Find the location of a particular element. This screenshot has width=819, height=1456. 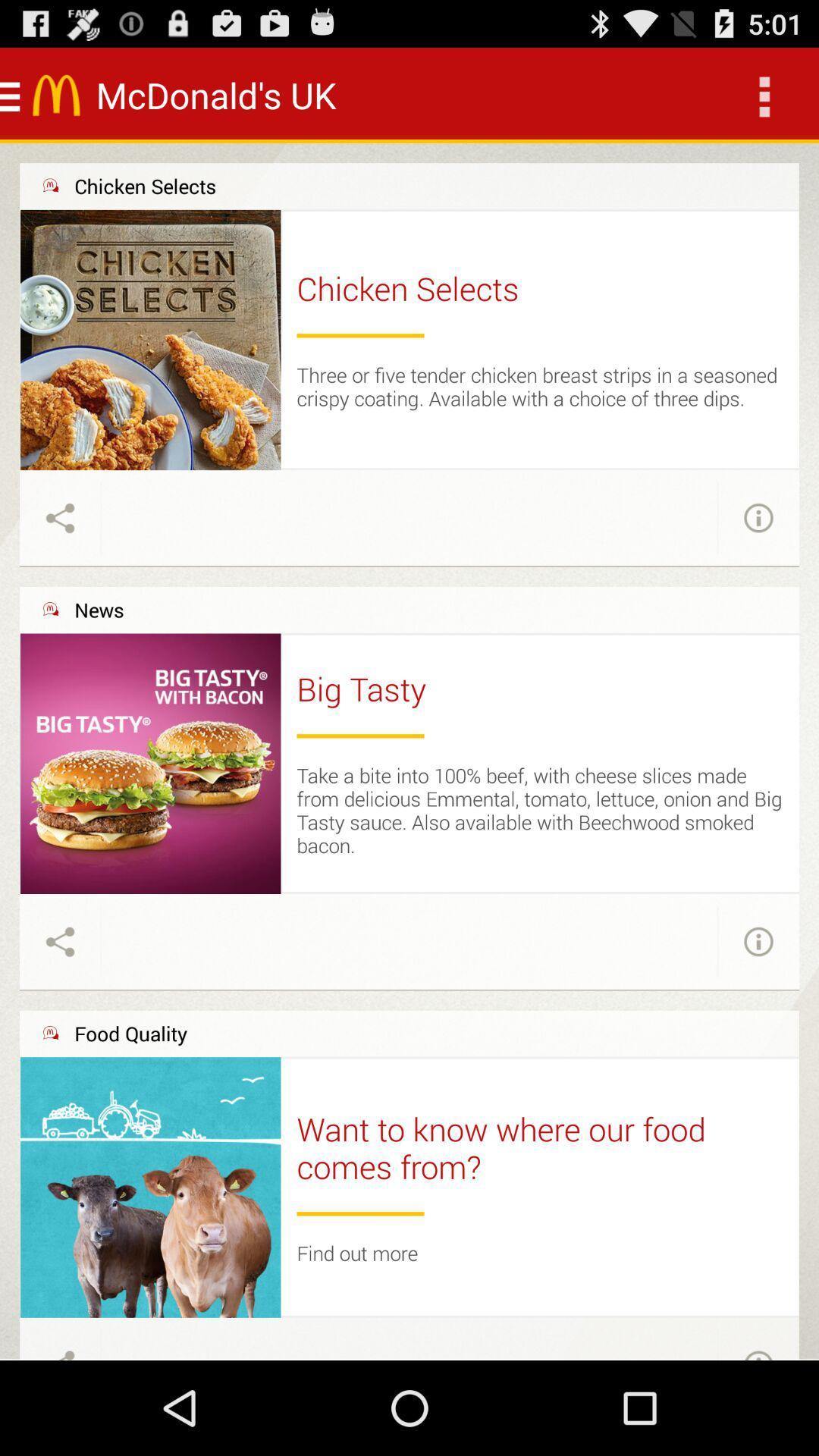

the item above news item is located at coordinates (409, 566).